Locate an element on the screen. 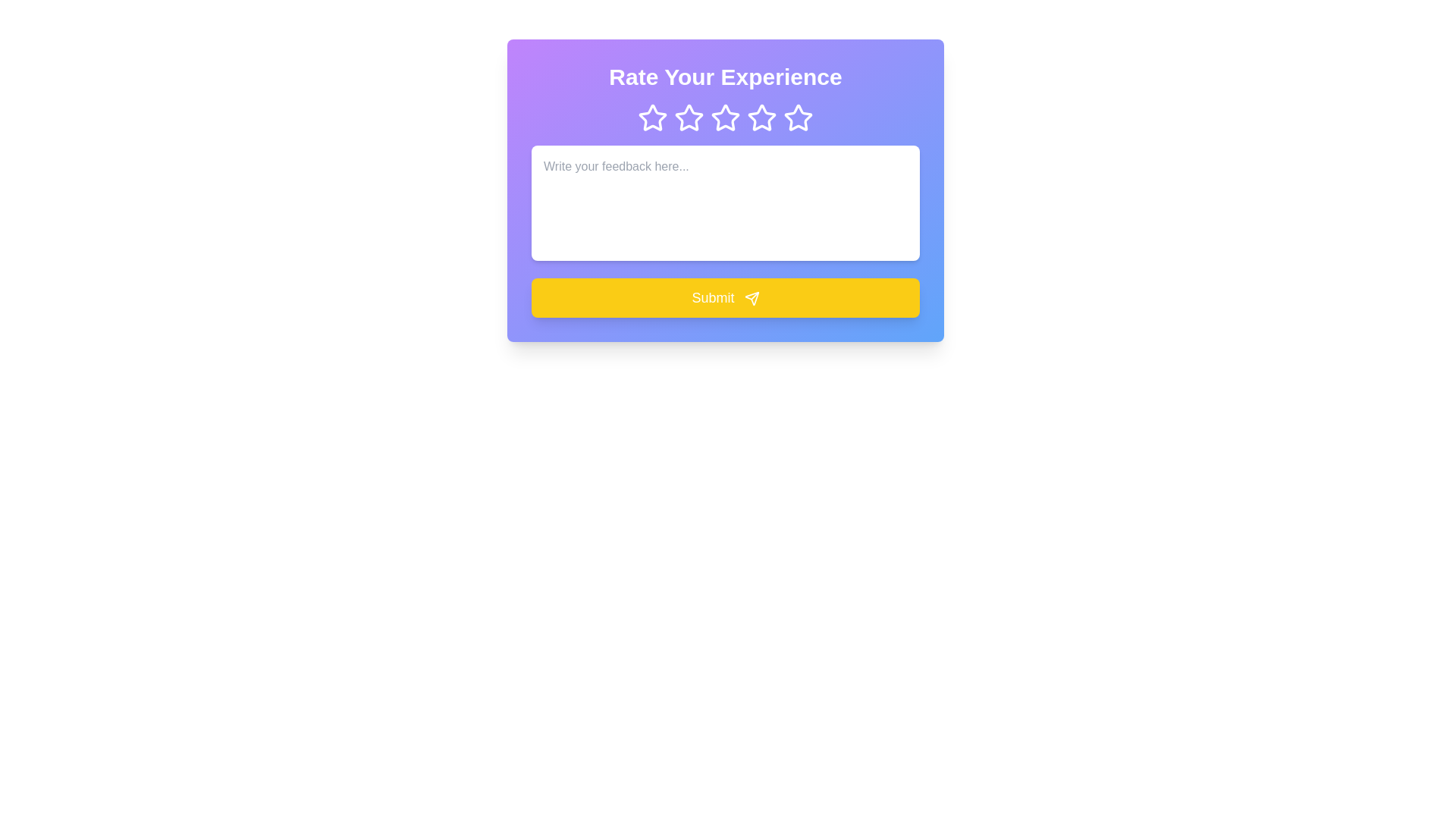 The width and height of the screenshot is (1456, 819). the third star icon is located at coordinates (761, 117).